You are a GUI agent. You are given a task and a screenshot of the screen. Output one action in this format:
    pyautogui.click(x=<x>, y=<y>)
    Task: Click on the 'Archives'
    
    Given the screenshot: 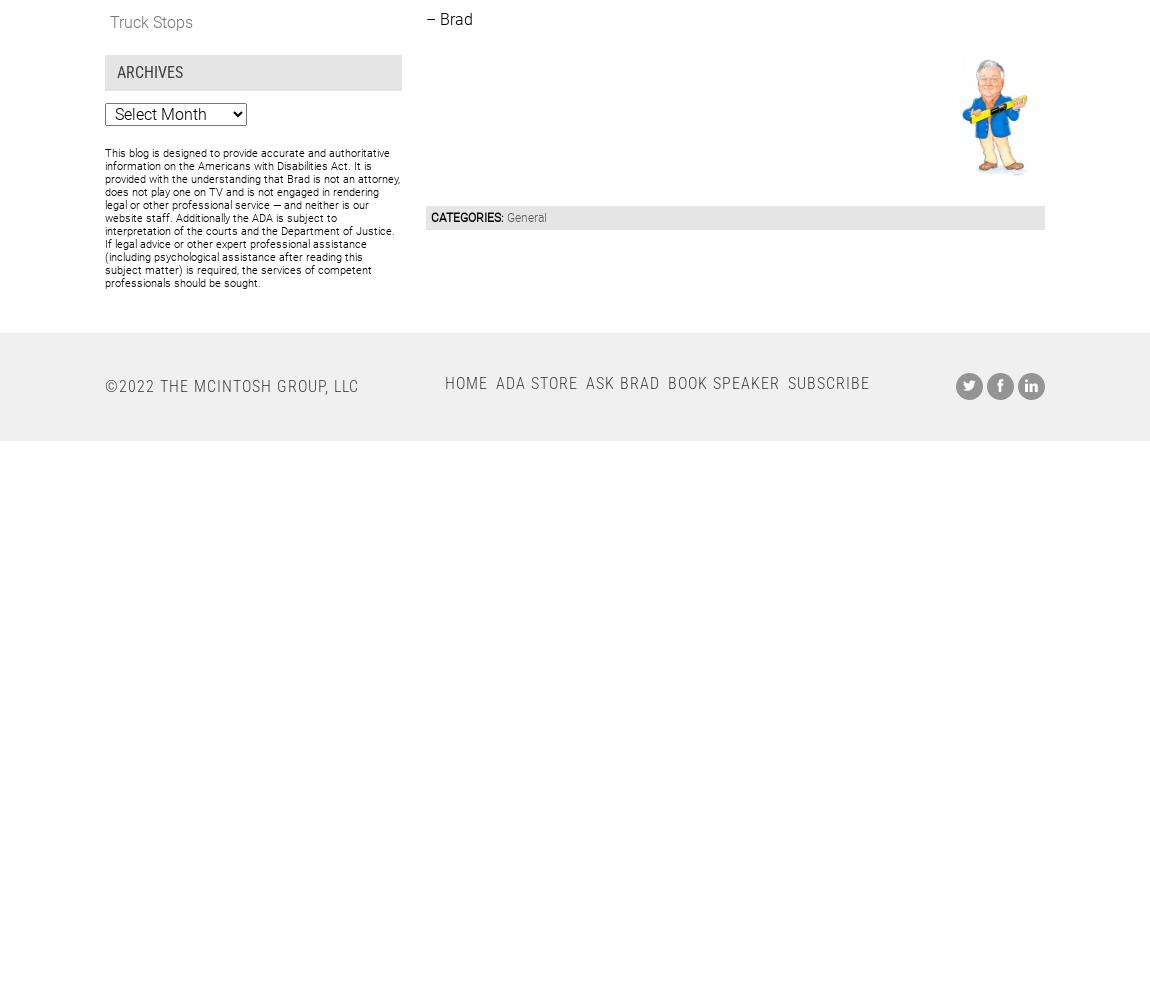 What is the action you would take?
    pyautogui.click(x=148, y=70)
    